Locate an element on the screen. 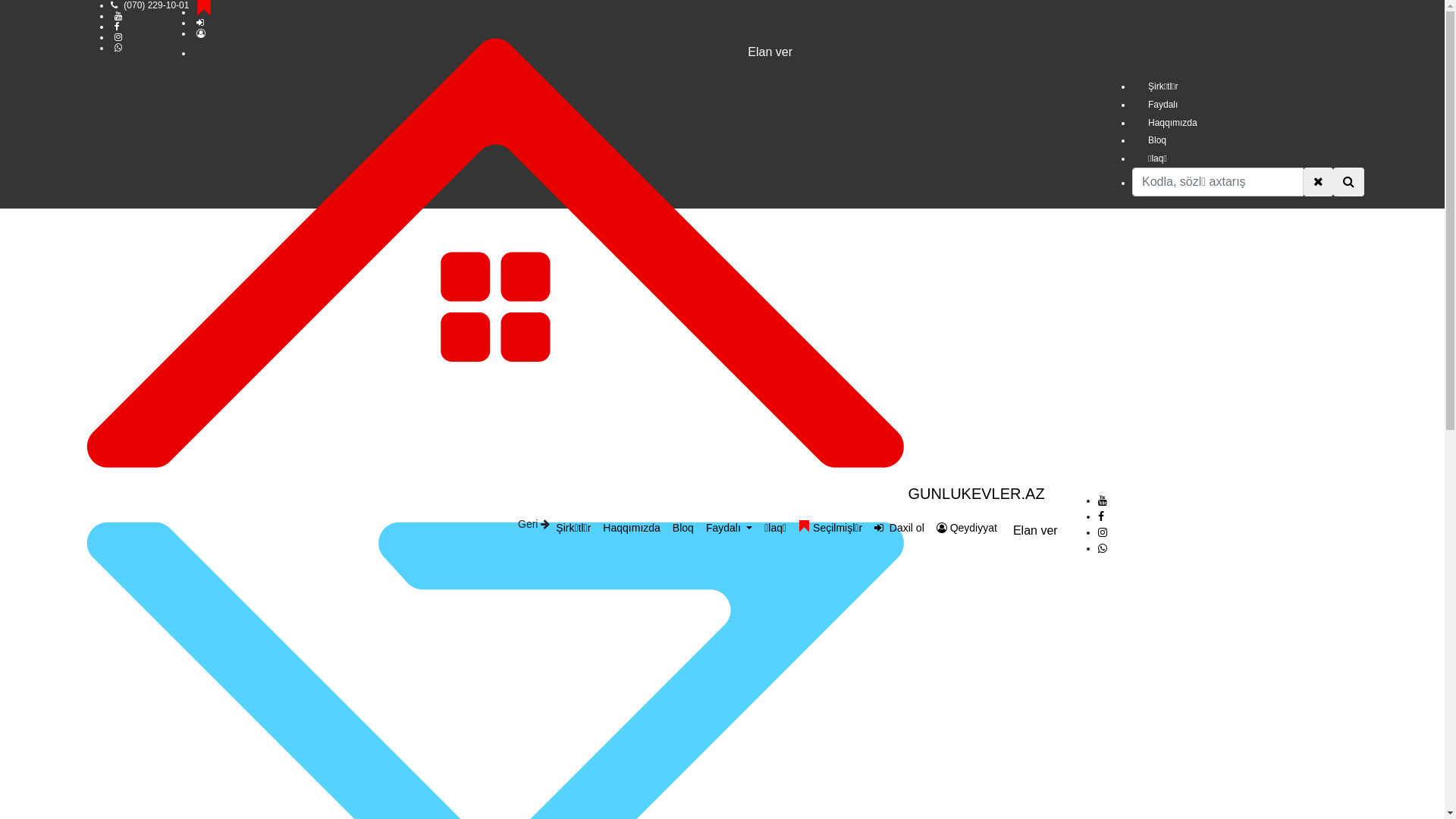  'Youtube' is located at coordinates (1103, 500).